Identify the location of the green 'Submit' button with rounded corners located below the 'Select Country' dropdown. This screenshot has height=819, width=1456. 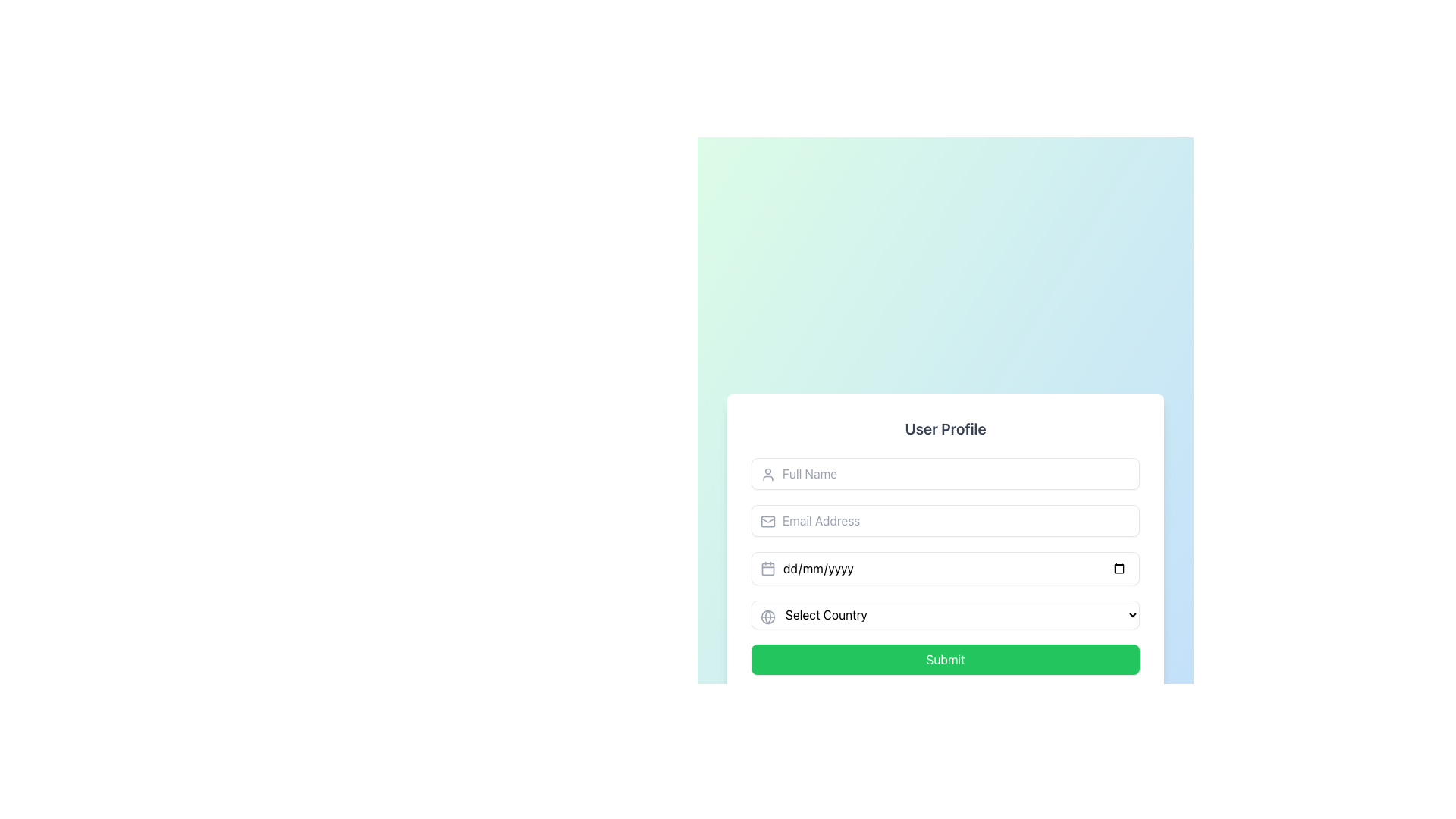
(945, 659).